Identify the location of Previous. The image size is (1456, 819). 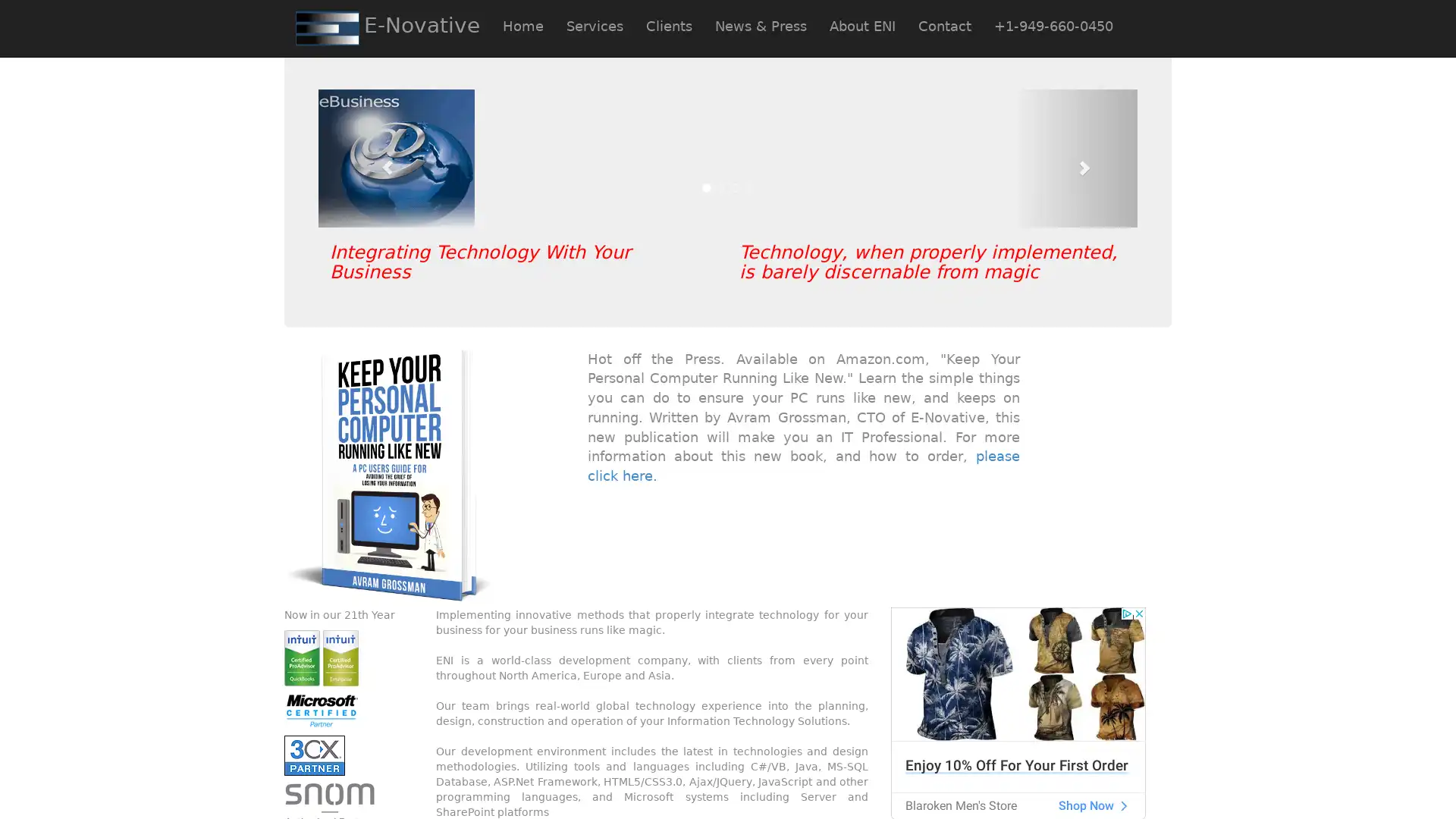
(379, 158).